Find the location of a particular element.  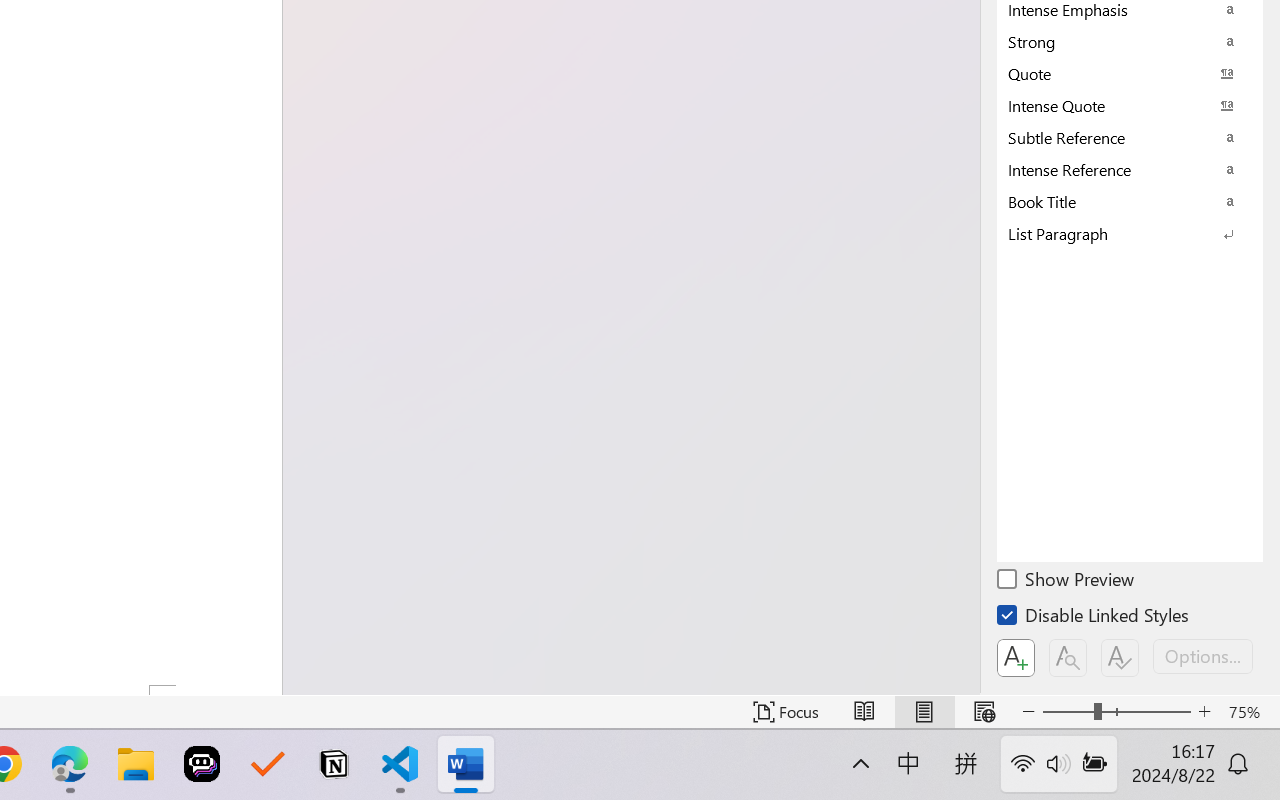

'Options...' is located at coordinates (1202, 655).